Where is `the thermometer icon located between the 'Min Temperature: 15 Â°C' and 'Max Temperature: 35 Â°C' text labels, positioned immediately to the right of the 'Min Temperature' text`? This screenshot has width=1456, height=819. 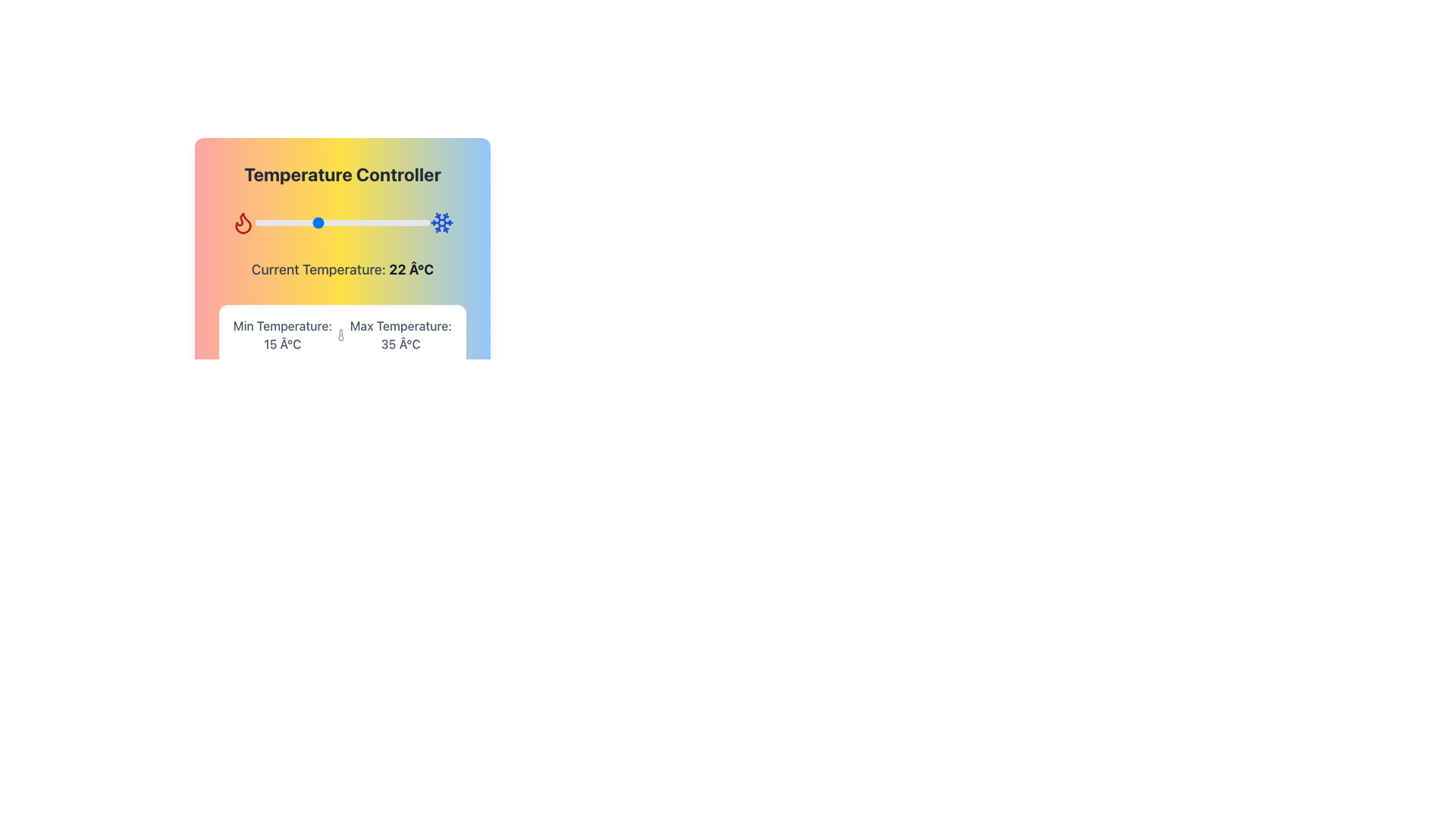 the thermometer icon located between the 'Min Temperature: 15 Â°C' and 'Max Temperature: 35 Â°C' text labels, positioned immediately to the right of the 'Min Temperature' text is located at coordinates (340, 334).